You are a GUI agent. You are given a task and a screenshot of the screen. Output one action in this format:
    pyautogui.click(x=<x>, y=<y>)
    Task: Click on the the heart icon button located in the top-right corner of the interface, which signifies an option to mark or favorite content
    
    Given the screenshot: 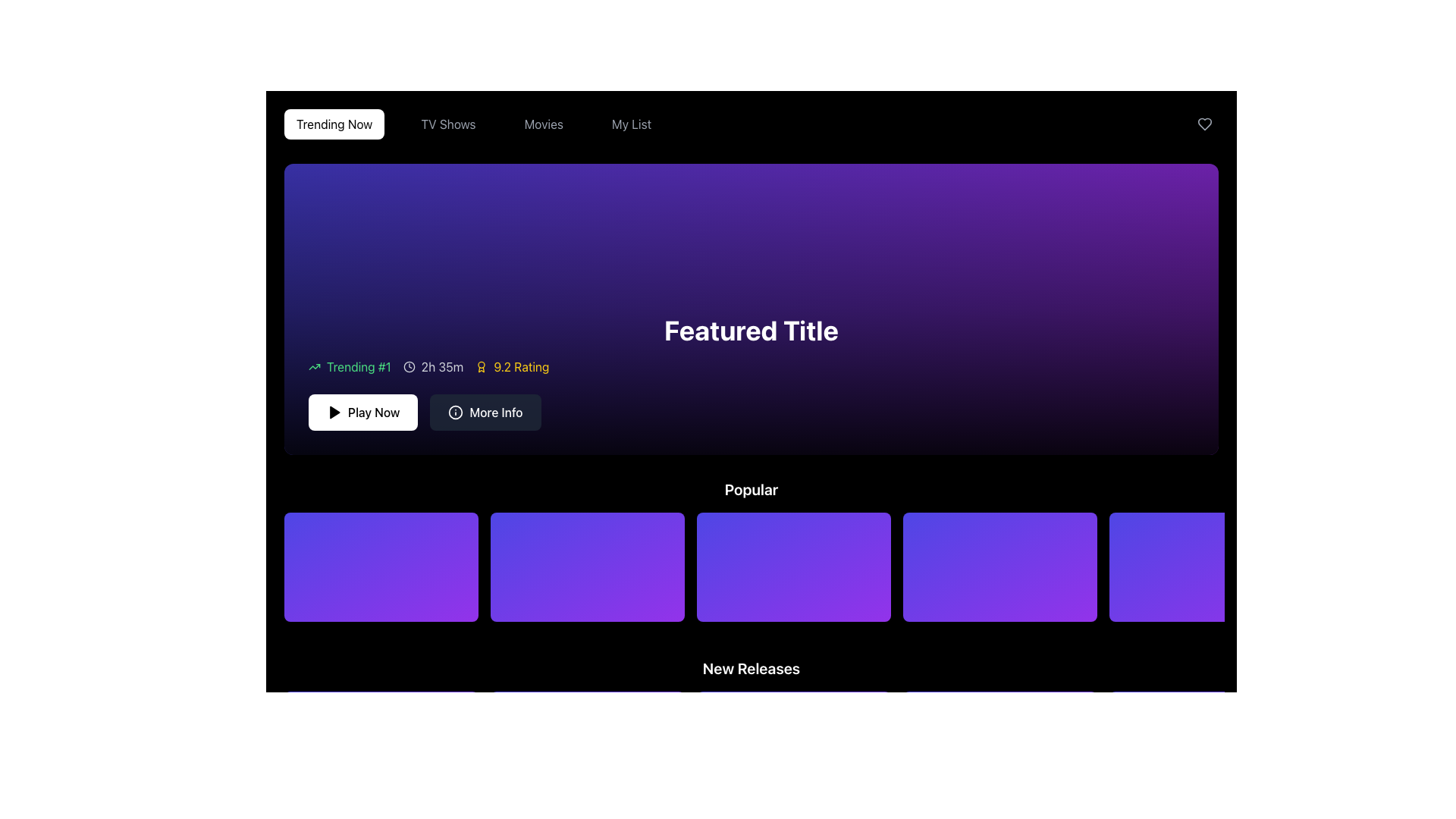 What is the action you would take?
    pyautogui.click(x=1203, y=124)
    